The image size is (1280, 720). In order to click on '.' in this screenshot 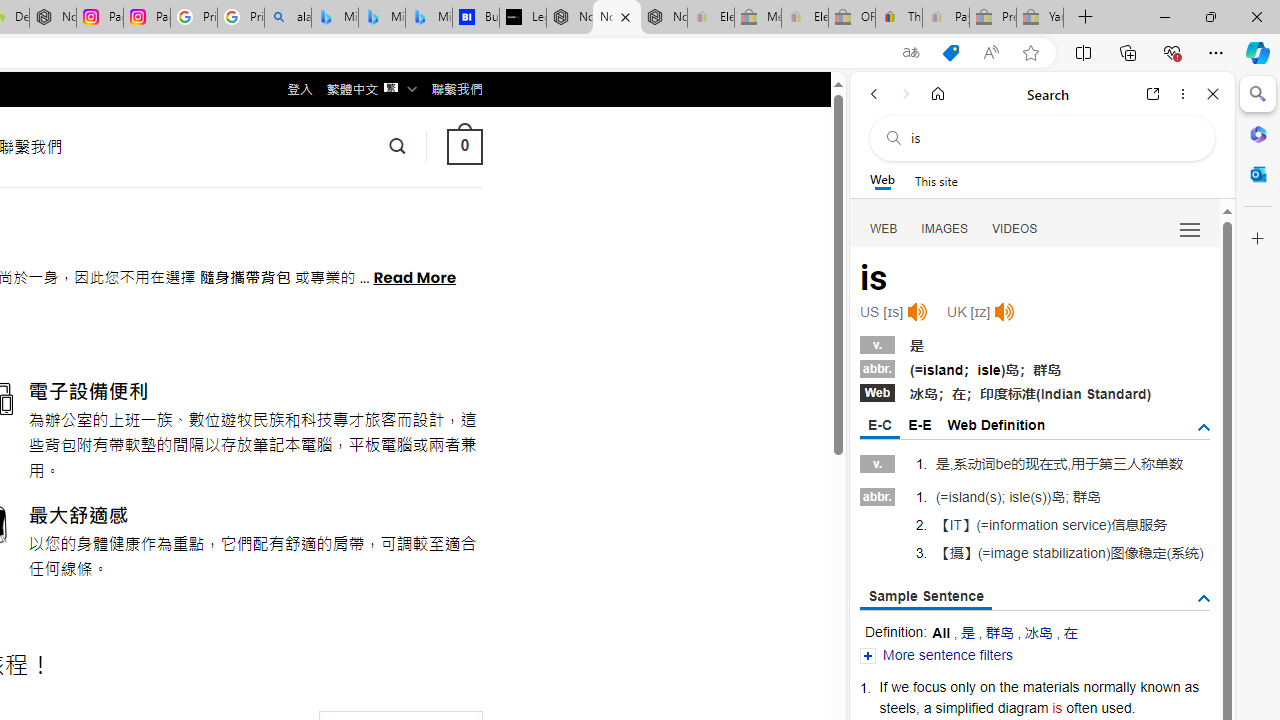, I will do `click(1134, 706)`.